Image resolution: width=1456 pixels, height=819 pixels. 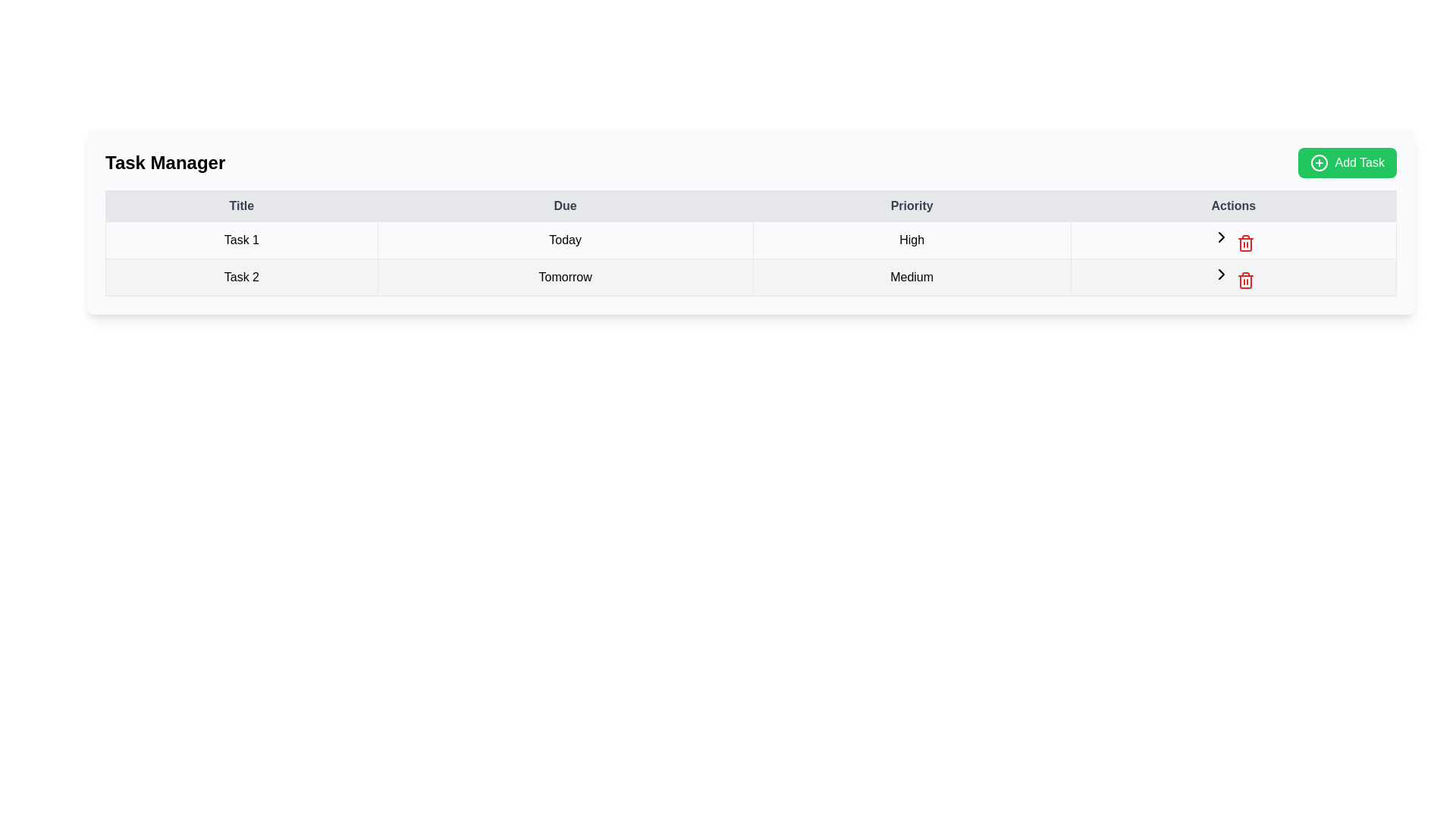 What do you see at coordinates (1221, 274) in the screenshot?
I see `the rightward-pointing Chevron icon in the Actions column of the second row in the task table` at bounding box center [1221, 274].